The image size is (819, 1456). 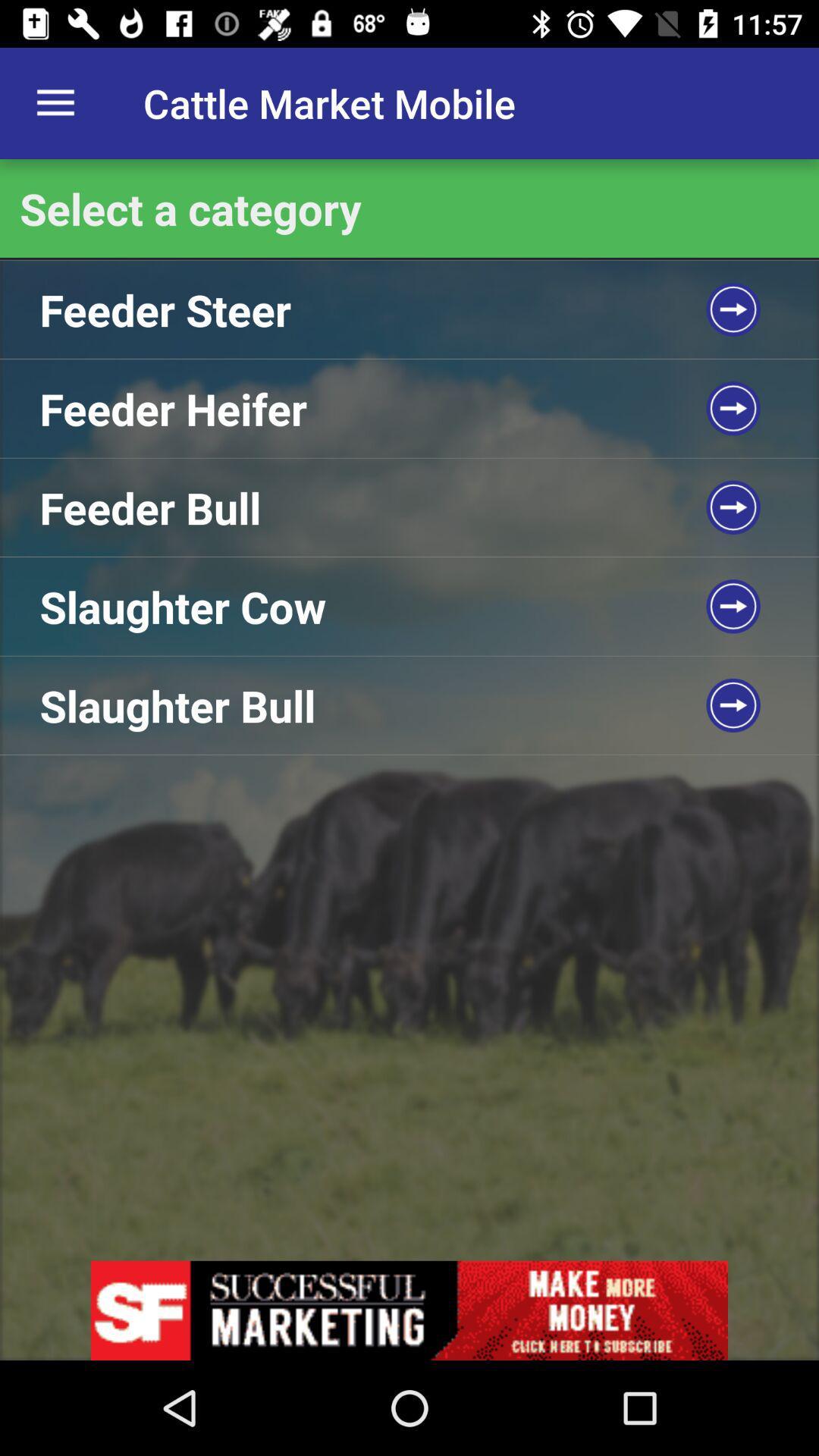 I want to click on details about advertisement, so click(x=409, y=1310).